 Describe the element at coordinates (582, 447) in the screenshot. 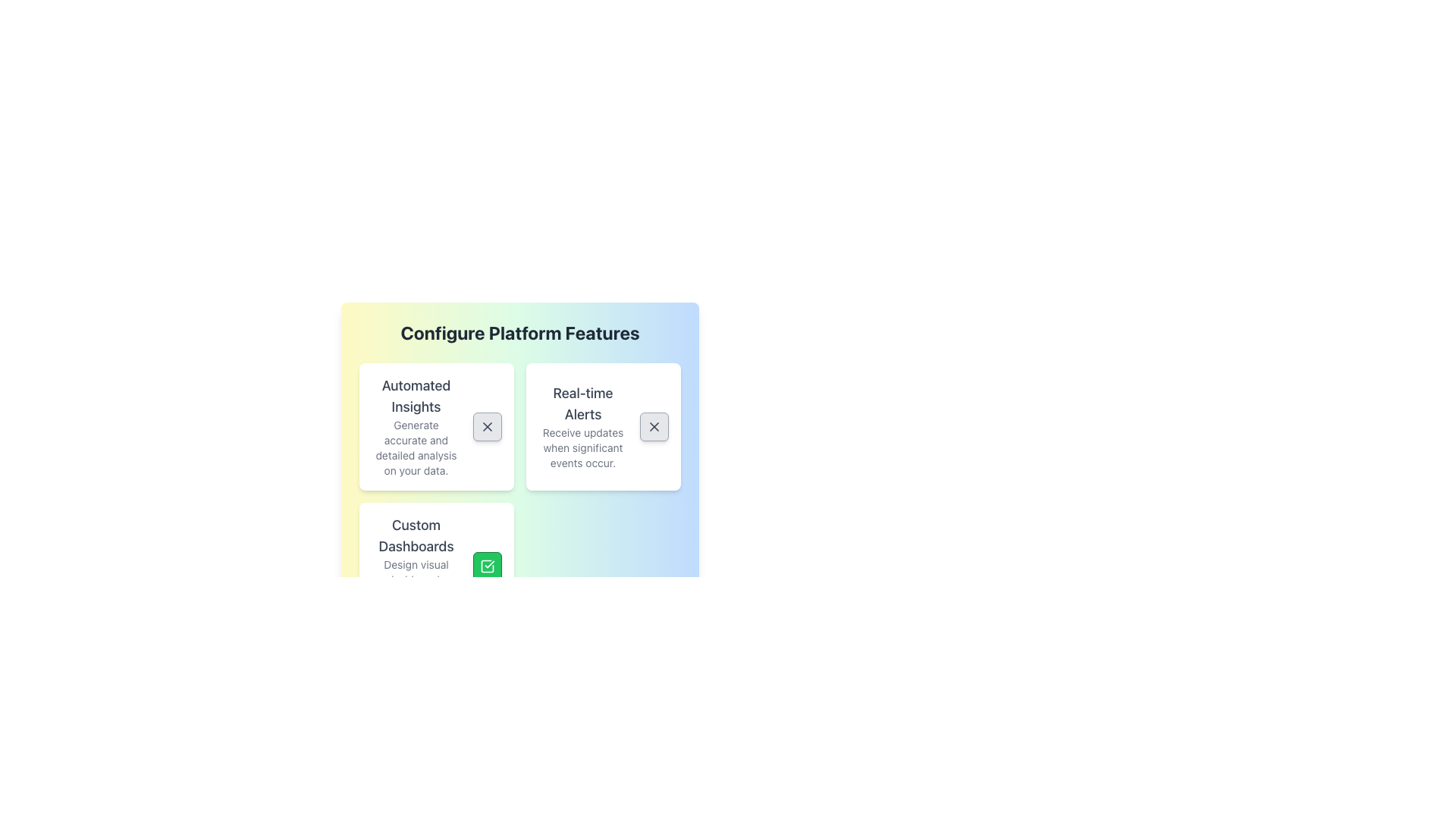

I see `the Static Text providing supplementary information about the 'Real-time Alerts' feature, which is positioned beneath the heading 'Real-time Alerts'` at that location.